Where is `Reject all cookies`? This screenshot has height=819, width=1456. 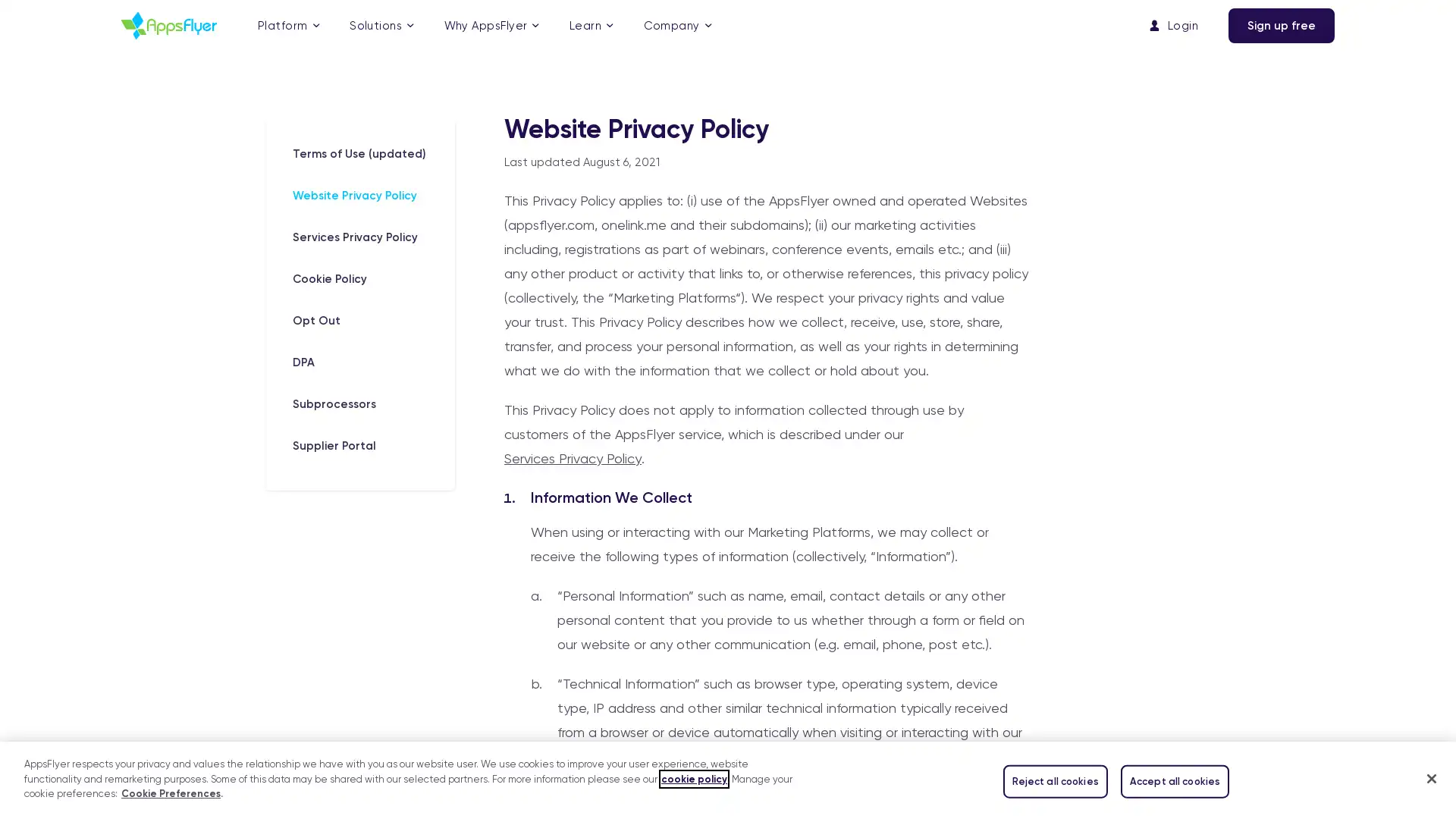
Reject all cookies is located at coordinates (1054, 780).